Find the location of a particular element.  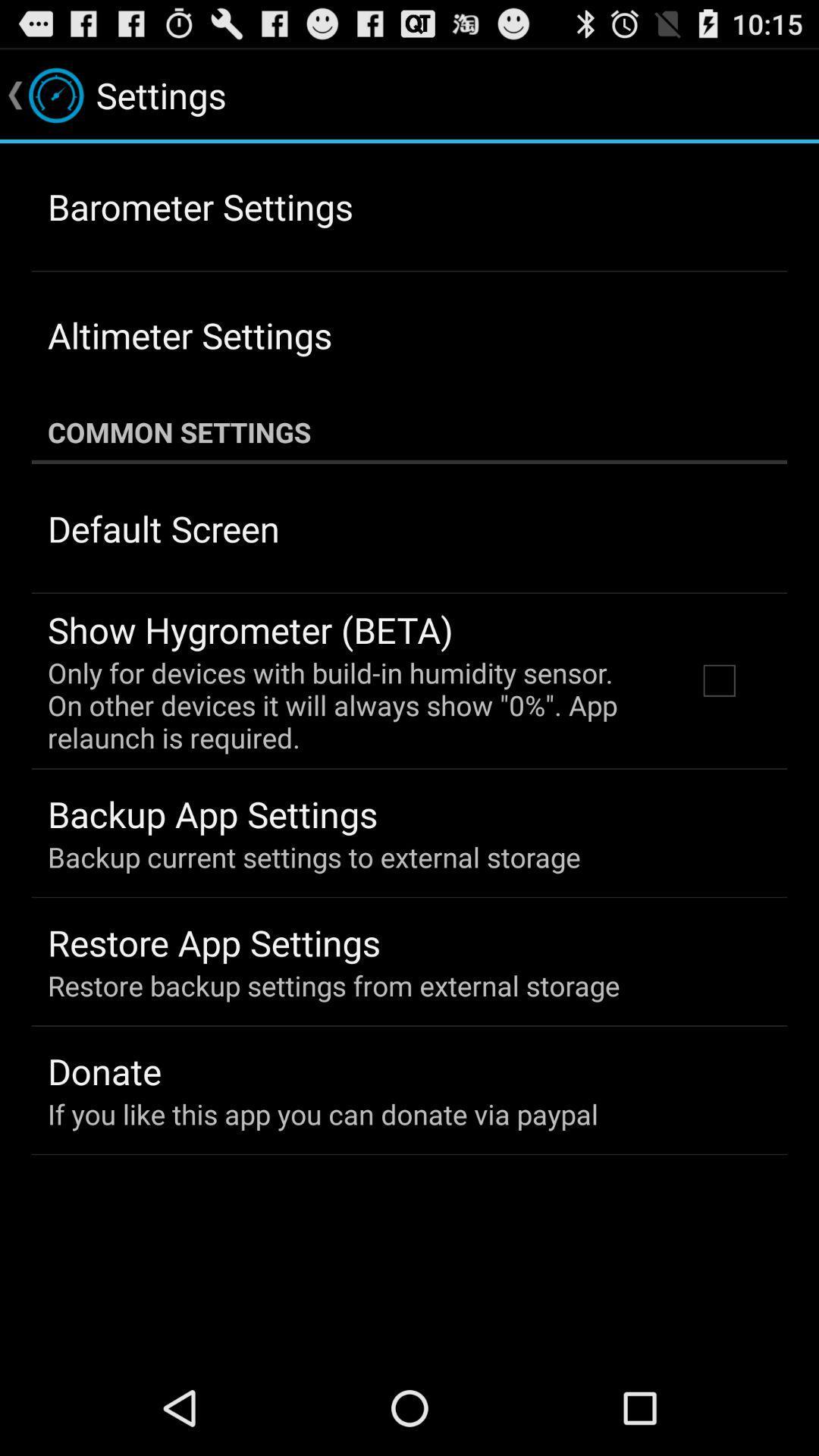

checkbox on the right is located at coordinates (718, 679).